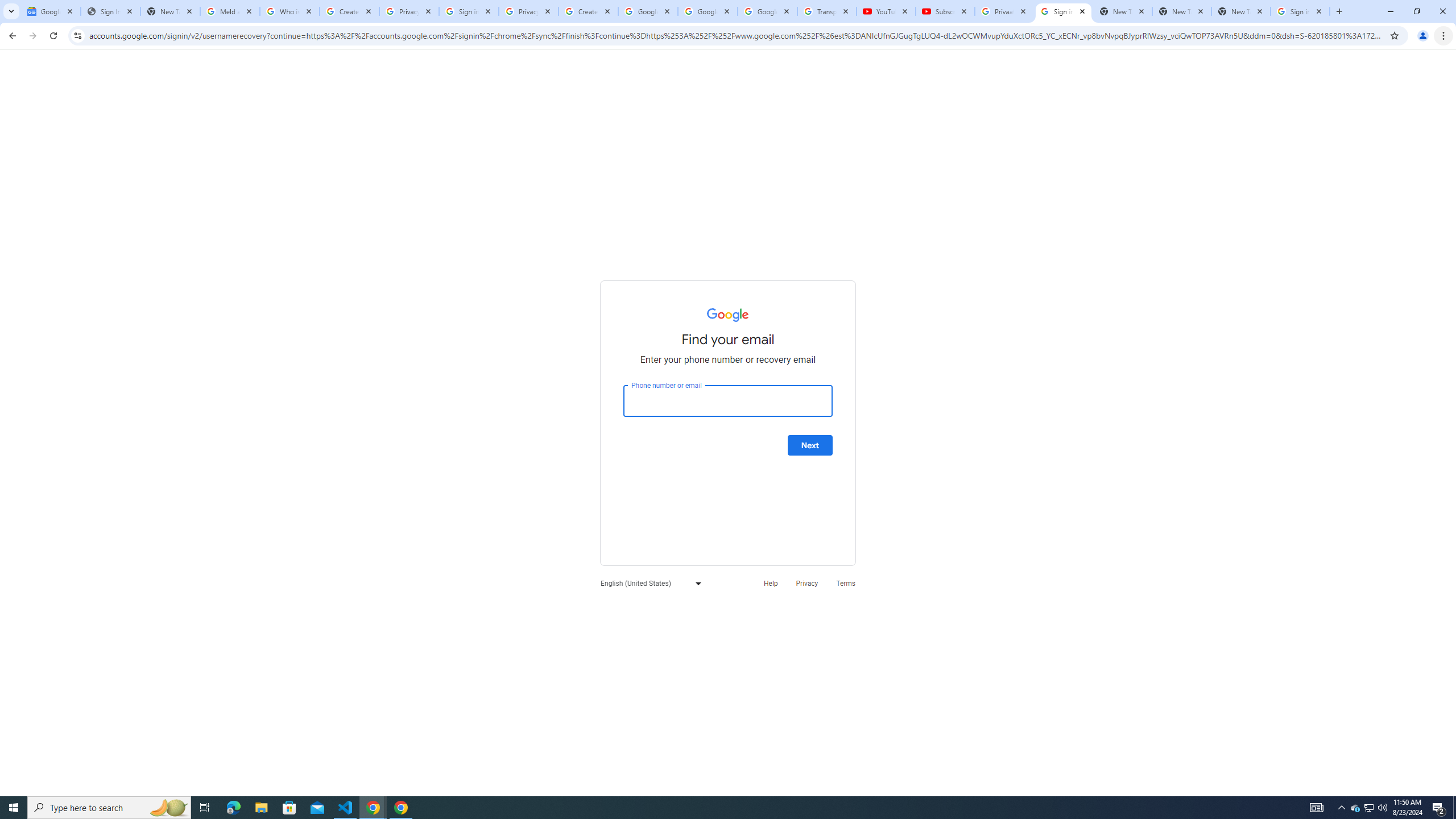 The height and width of the screenshot is (819, 1456). Describe the element at coordinates (1423, 35) in the screenshot. I see `'You'` at that location.